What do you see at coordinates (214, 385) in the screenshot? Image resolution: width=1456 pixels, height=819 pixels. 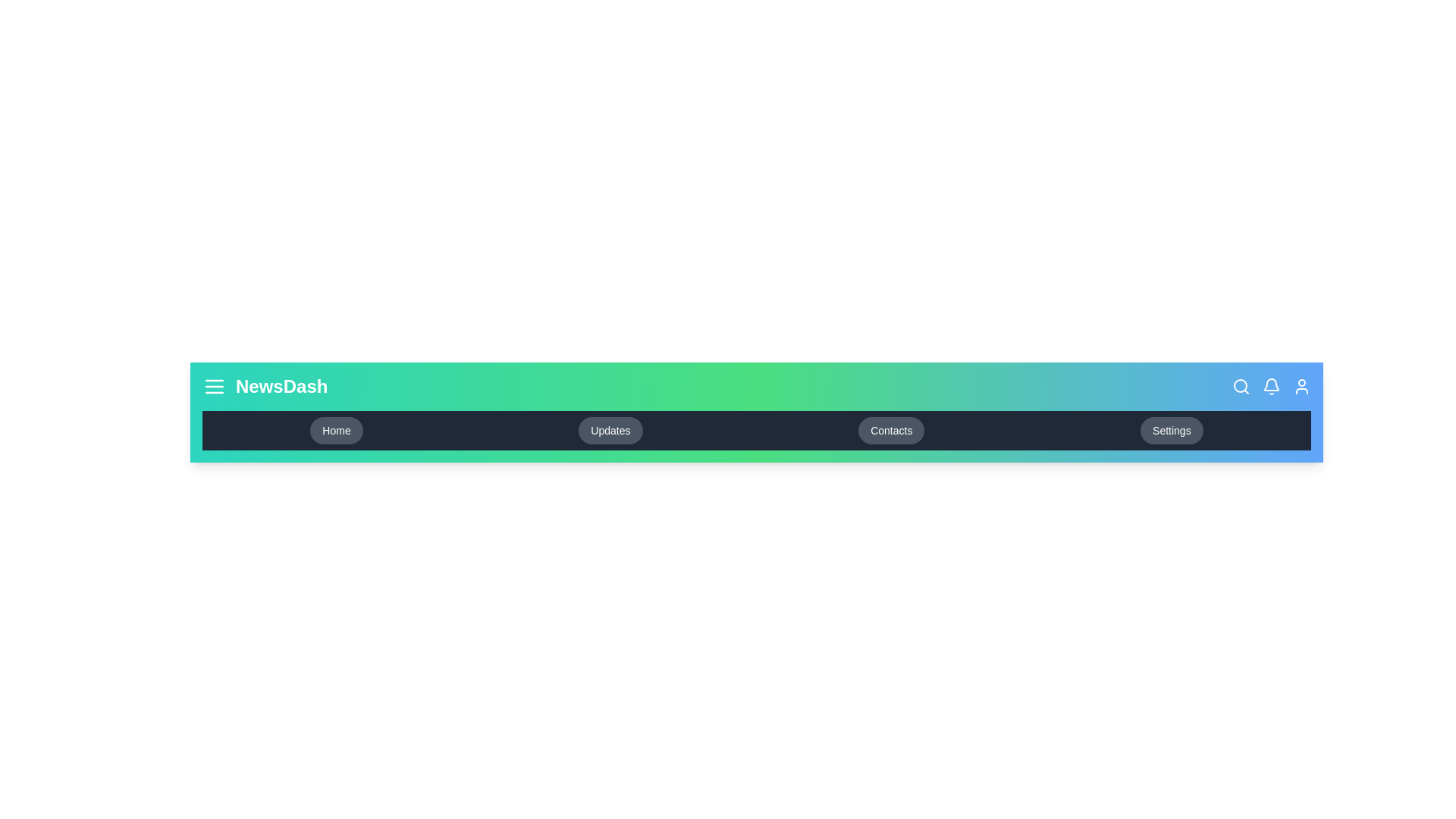 I see `the menu icon to toggle the menu visibility` at bounding box center [214, 385].